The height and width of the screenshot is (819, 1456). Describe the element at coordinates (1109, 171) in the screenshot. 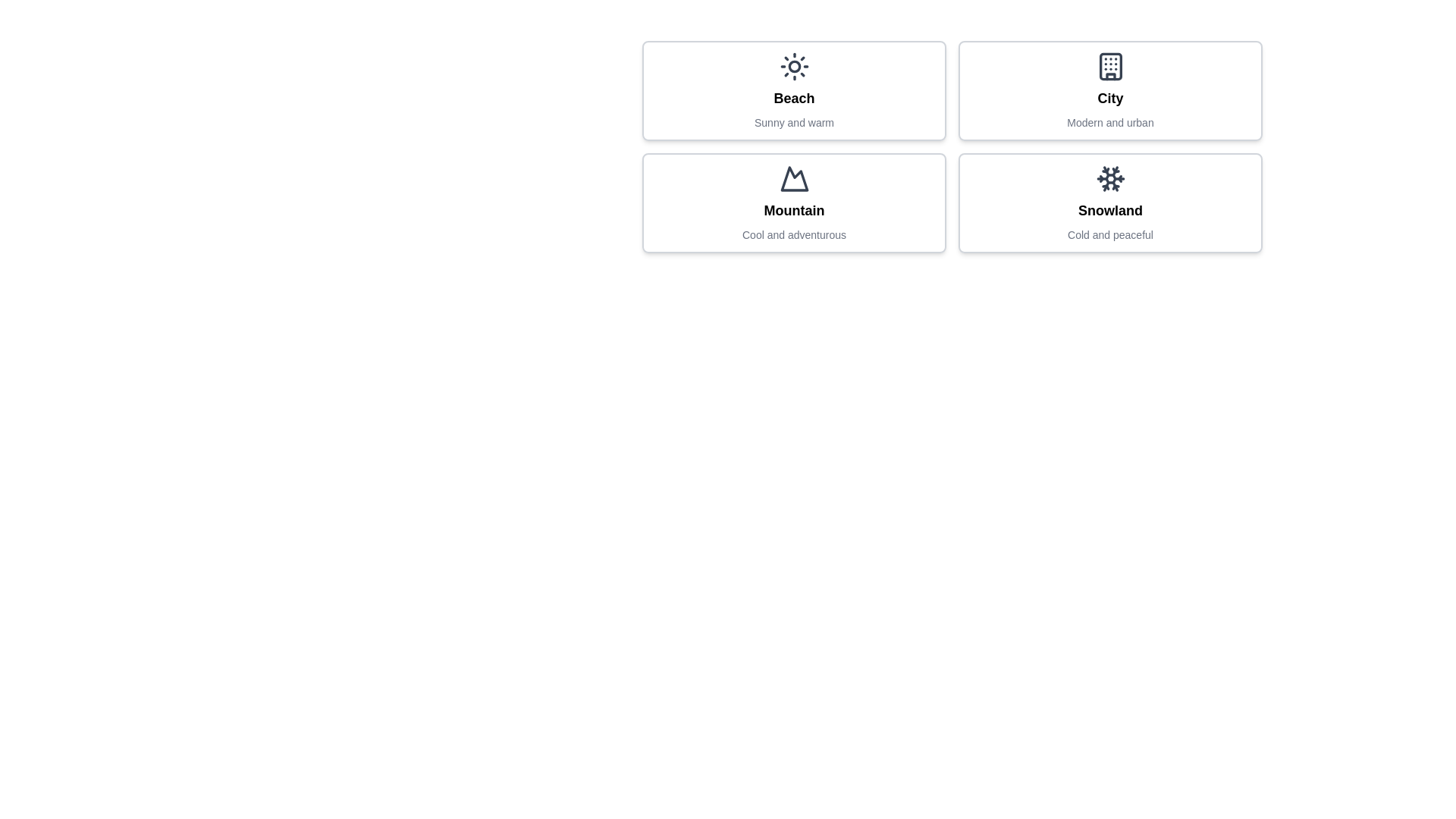

I see `the small graphical component resembling a part of a snowflake, which is an internal segment of the snowflake icon in the bottom-right panel labeled 'Snowland'` at that location.